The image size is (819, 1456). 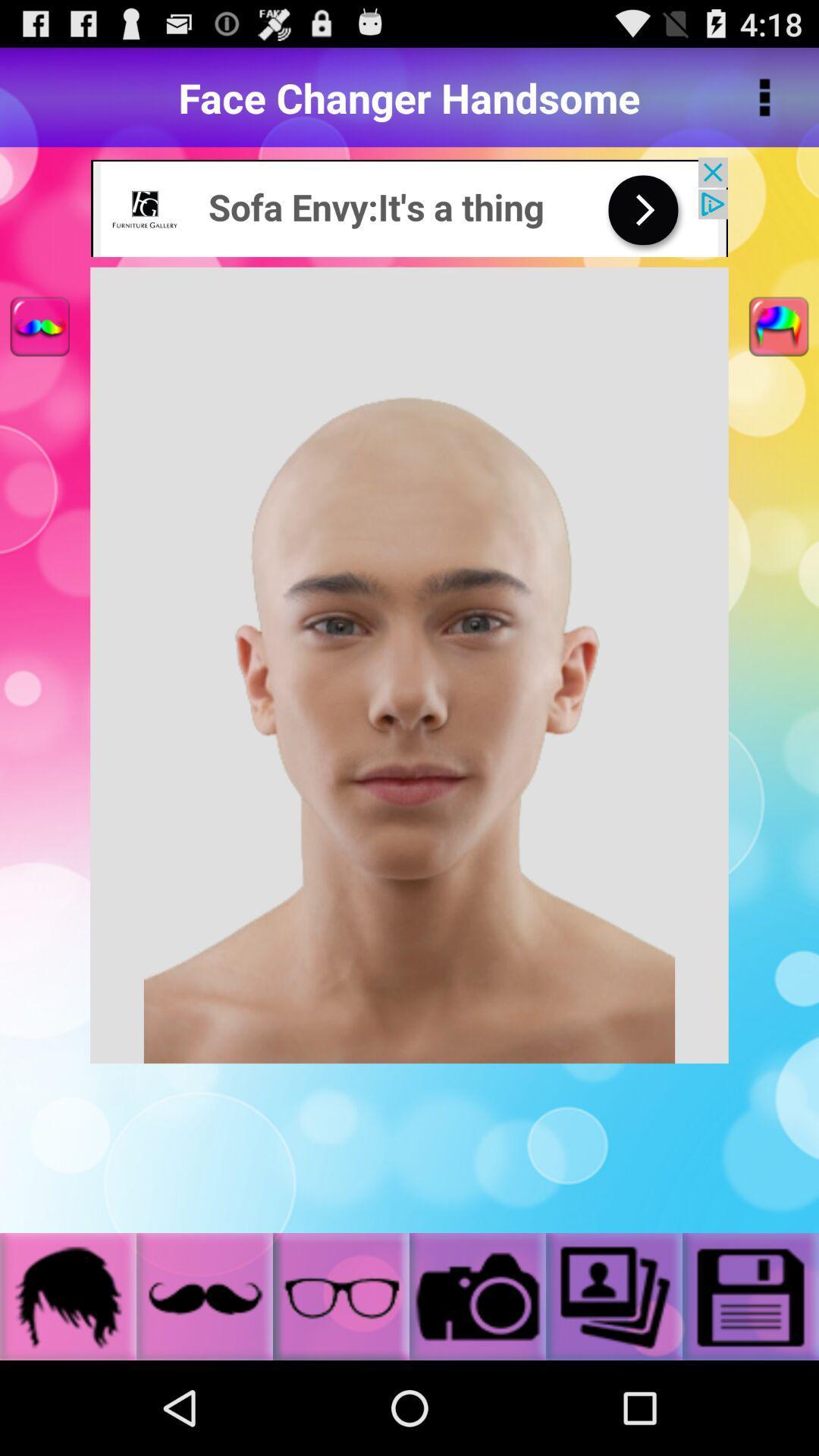 I want to click on click save button, so click(x=751, y=1295).